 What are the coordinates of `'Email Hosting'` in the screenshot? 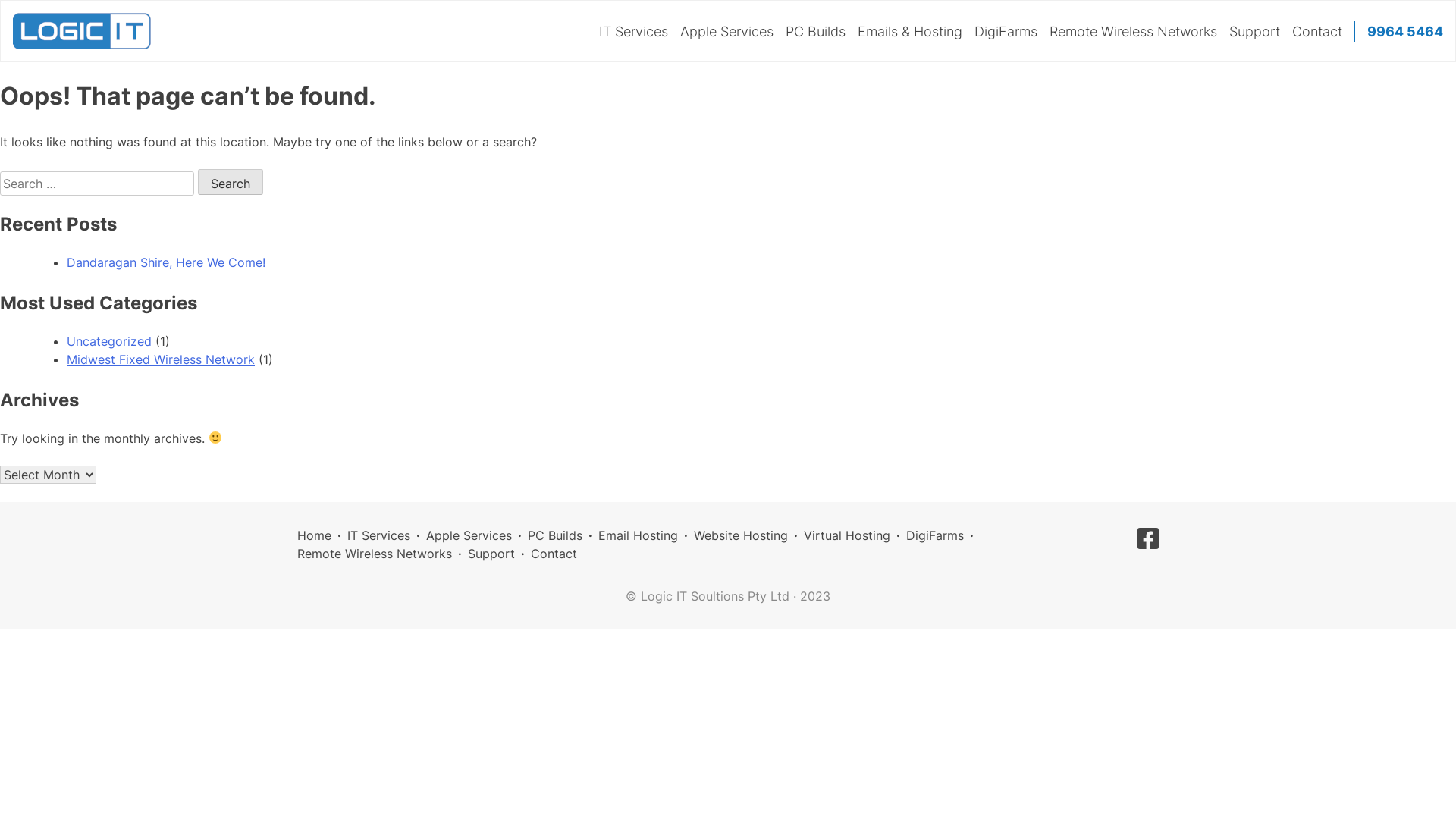 It's located at (597, 534).